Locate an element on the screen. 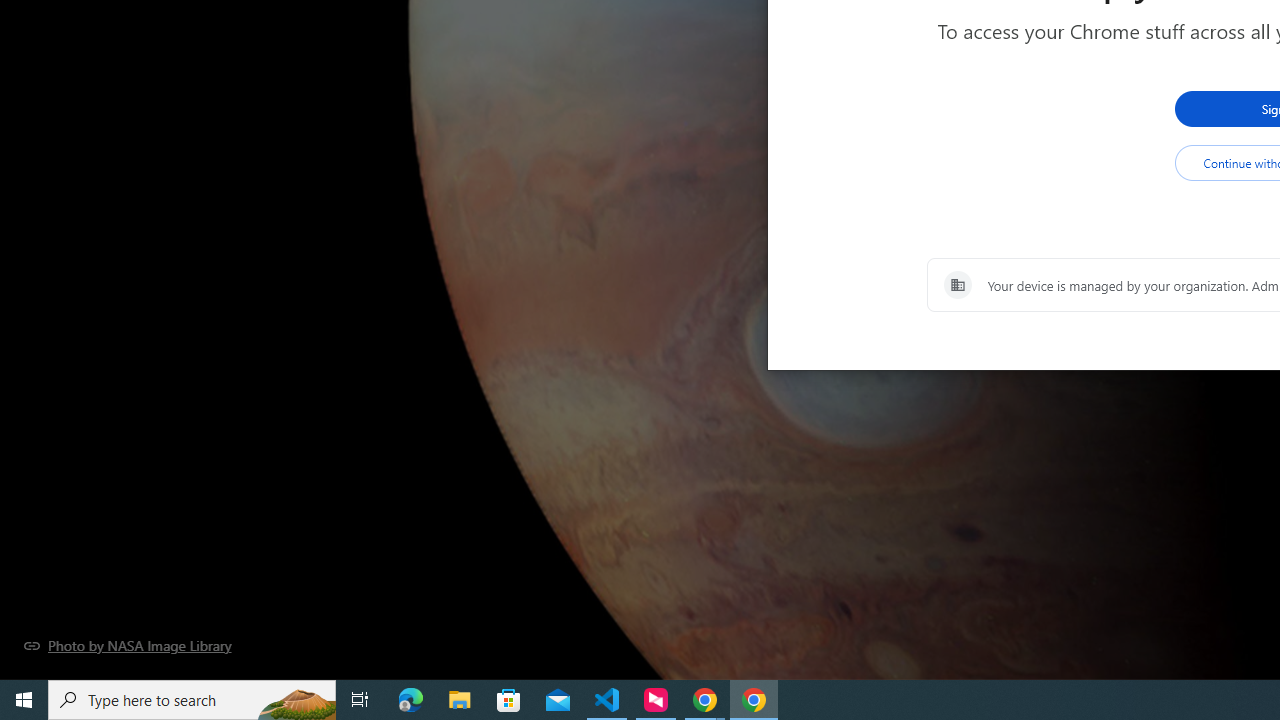  'Search highlights icon opens search home window' is located at coordinates (294, 698).